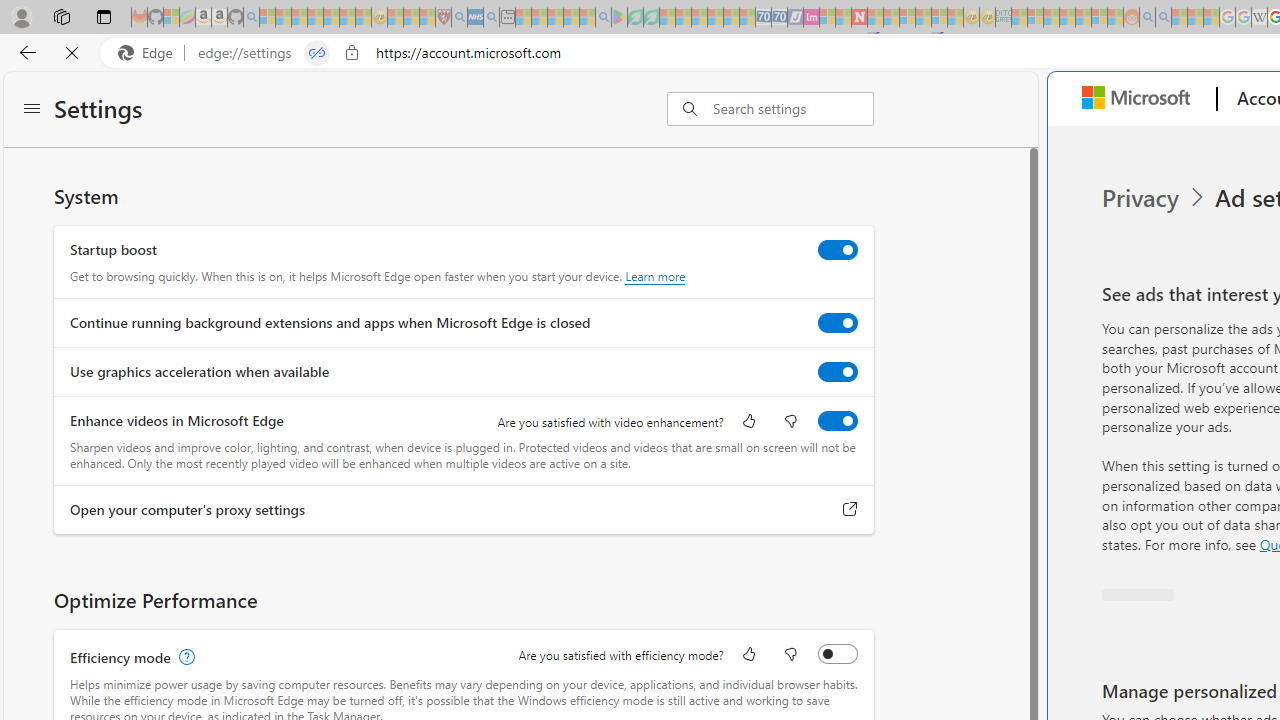 This screenshot has height=720, width=1280. I want to click on 'Like', so click(747, 655).